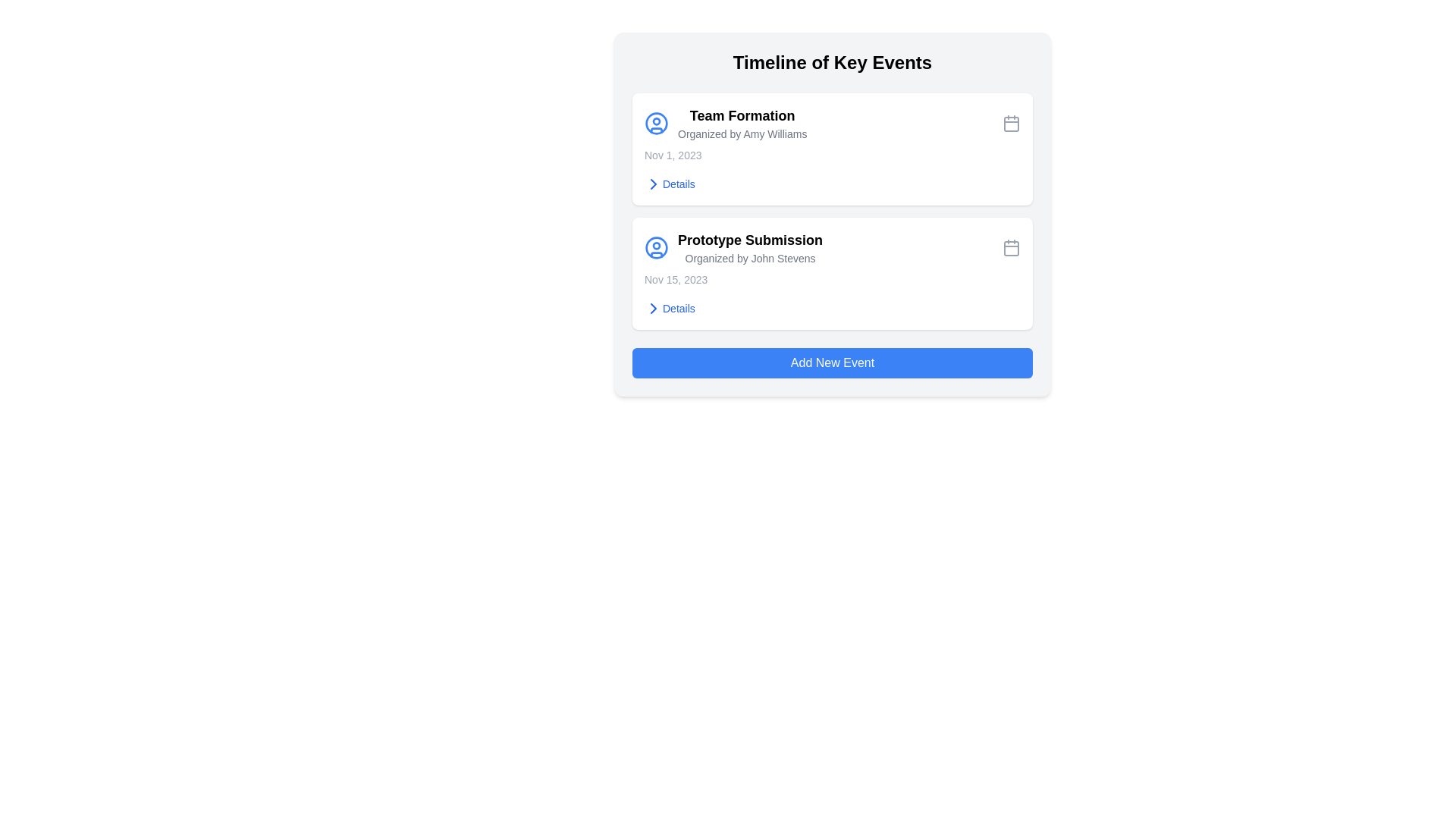  Describe the element at coordinates (656, 247) in the screenshot. I see `the blue circular outline icon located in the top-left corner of the 'Team Formation' card in the 'Timeline of Key Events' panel` at that location.